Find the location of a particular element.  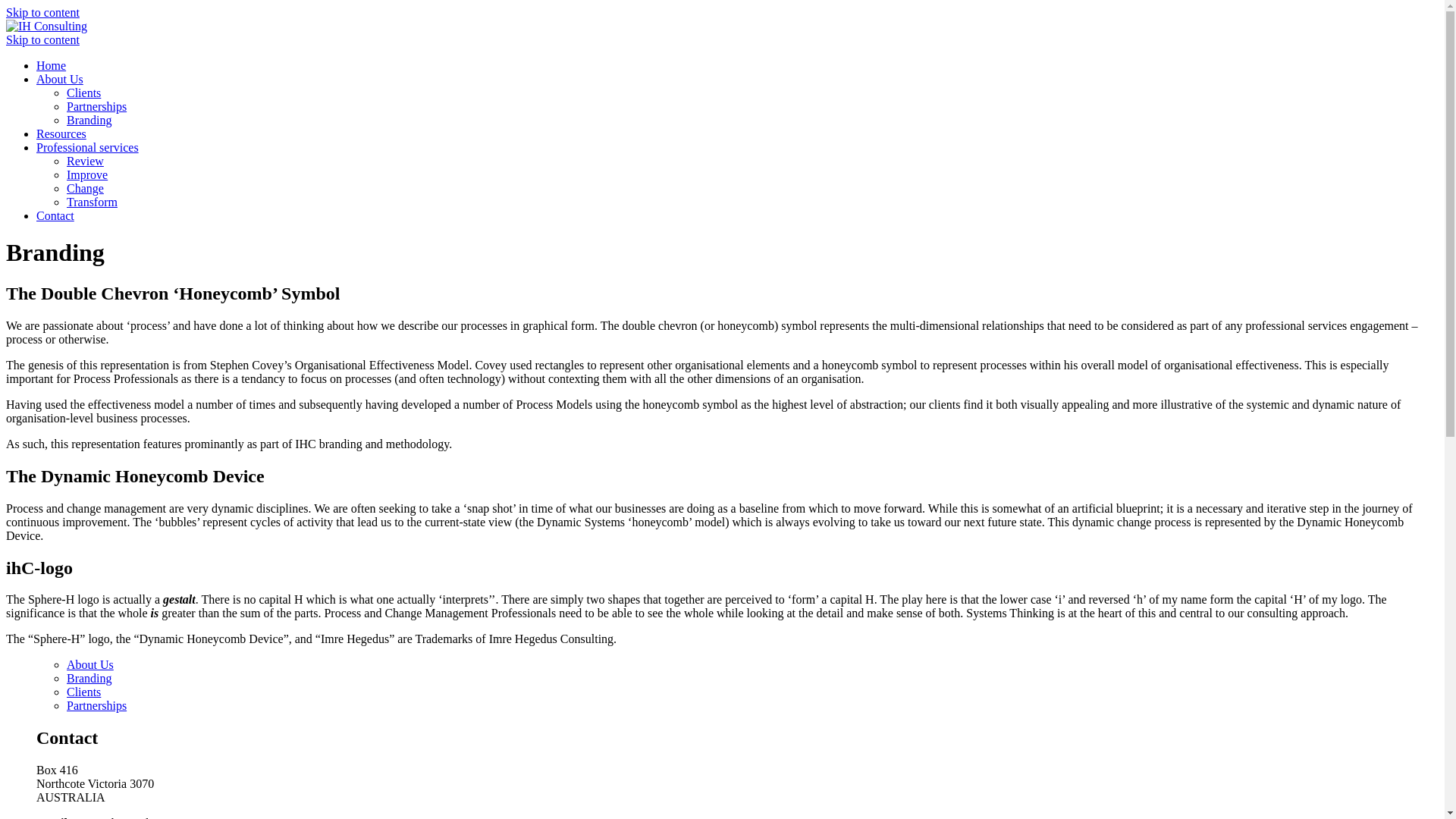

'Branding' is located at coordinates (65, 677).